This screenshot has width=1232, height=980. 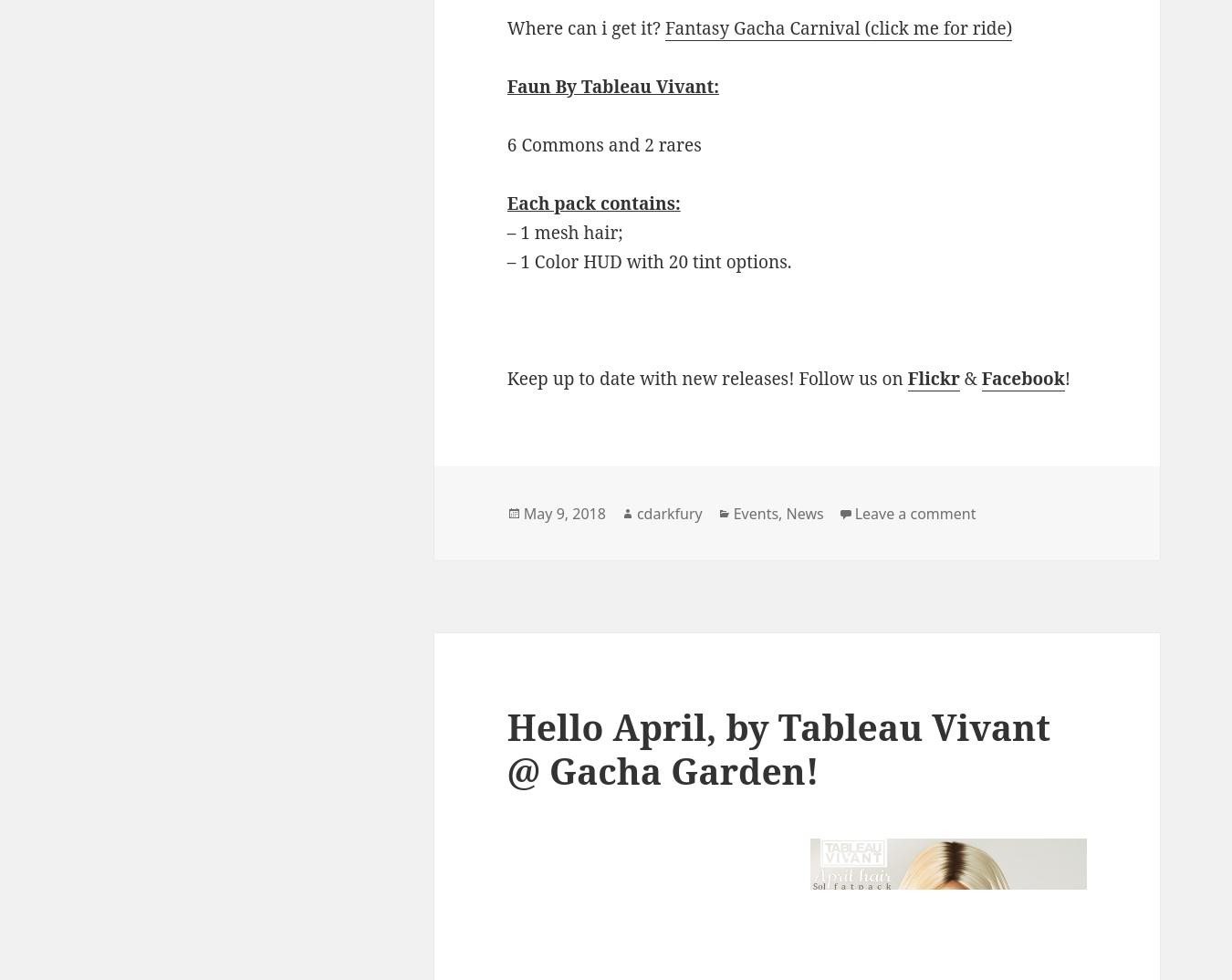 What do you see at coordinates (914, 512) in the screenshot?
I see `'Leave a comment'` at bounding box center [914, 512].